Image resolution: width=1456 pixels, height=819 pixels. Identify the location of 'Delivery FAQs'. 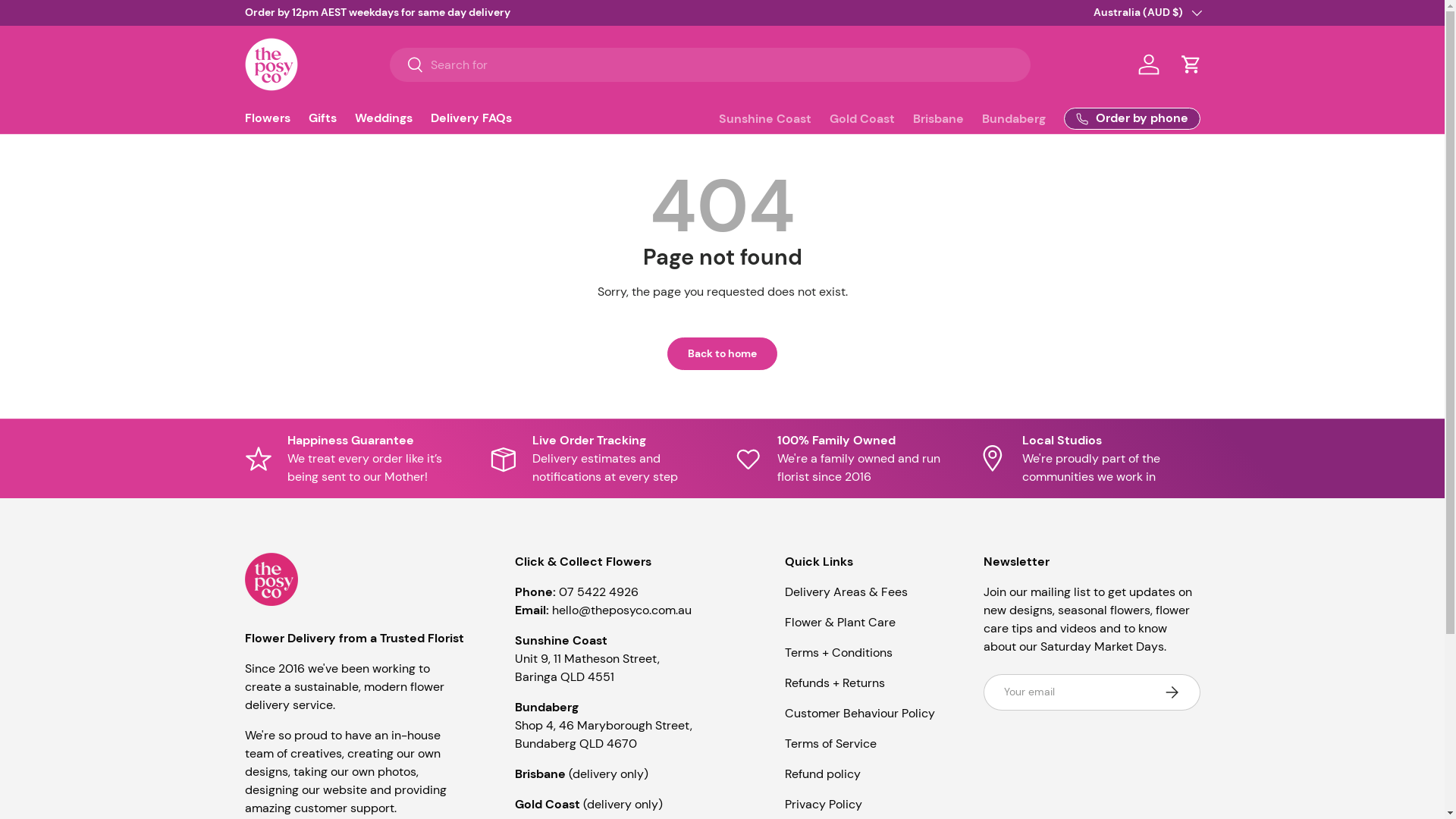
(470, 117).